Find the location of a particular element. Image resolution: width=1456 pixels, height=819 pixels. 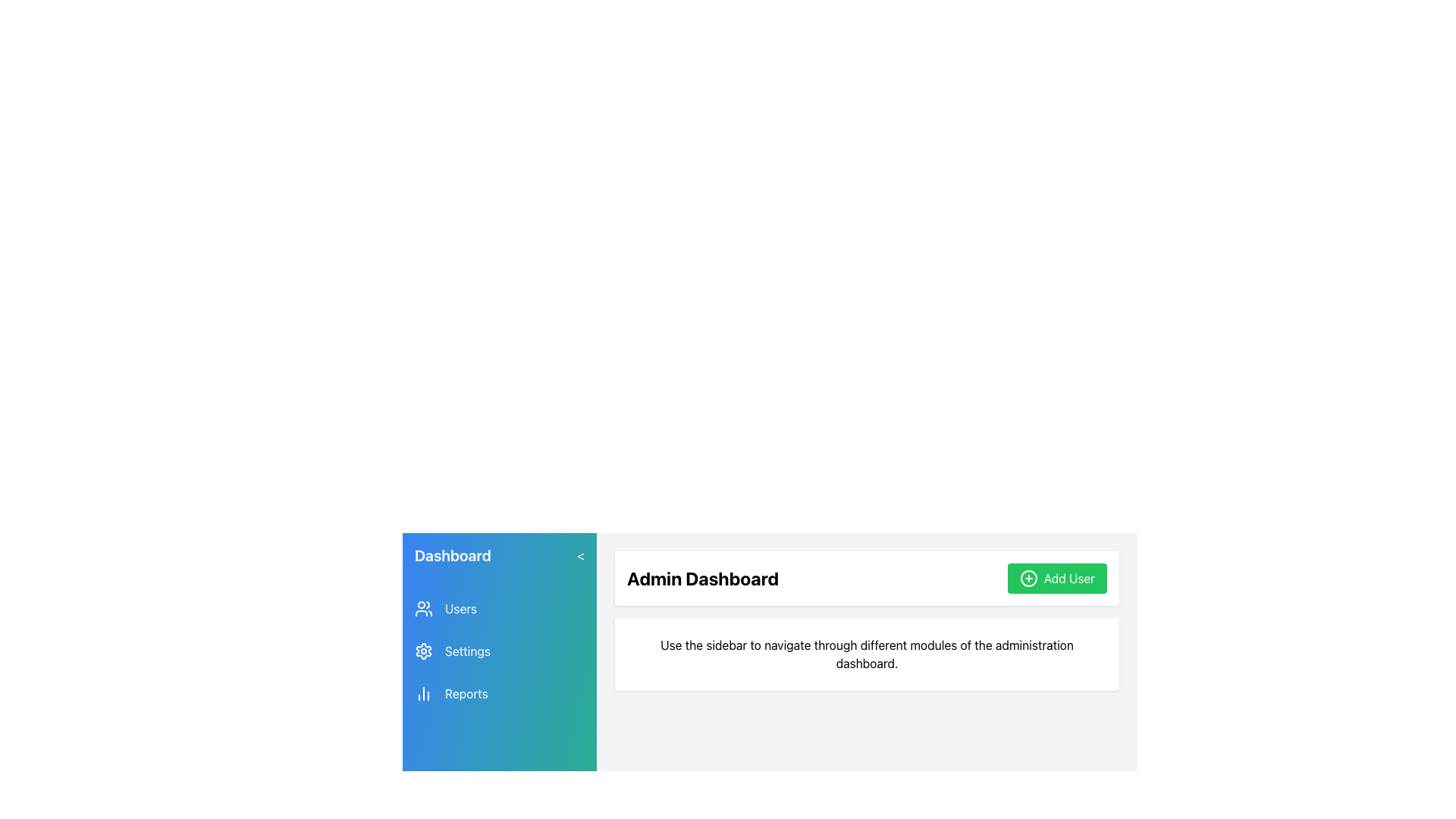

the 'Users' icon in the navigation sidebar is located at coordinates (423, 607).